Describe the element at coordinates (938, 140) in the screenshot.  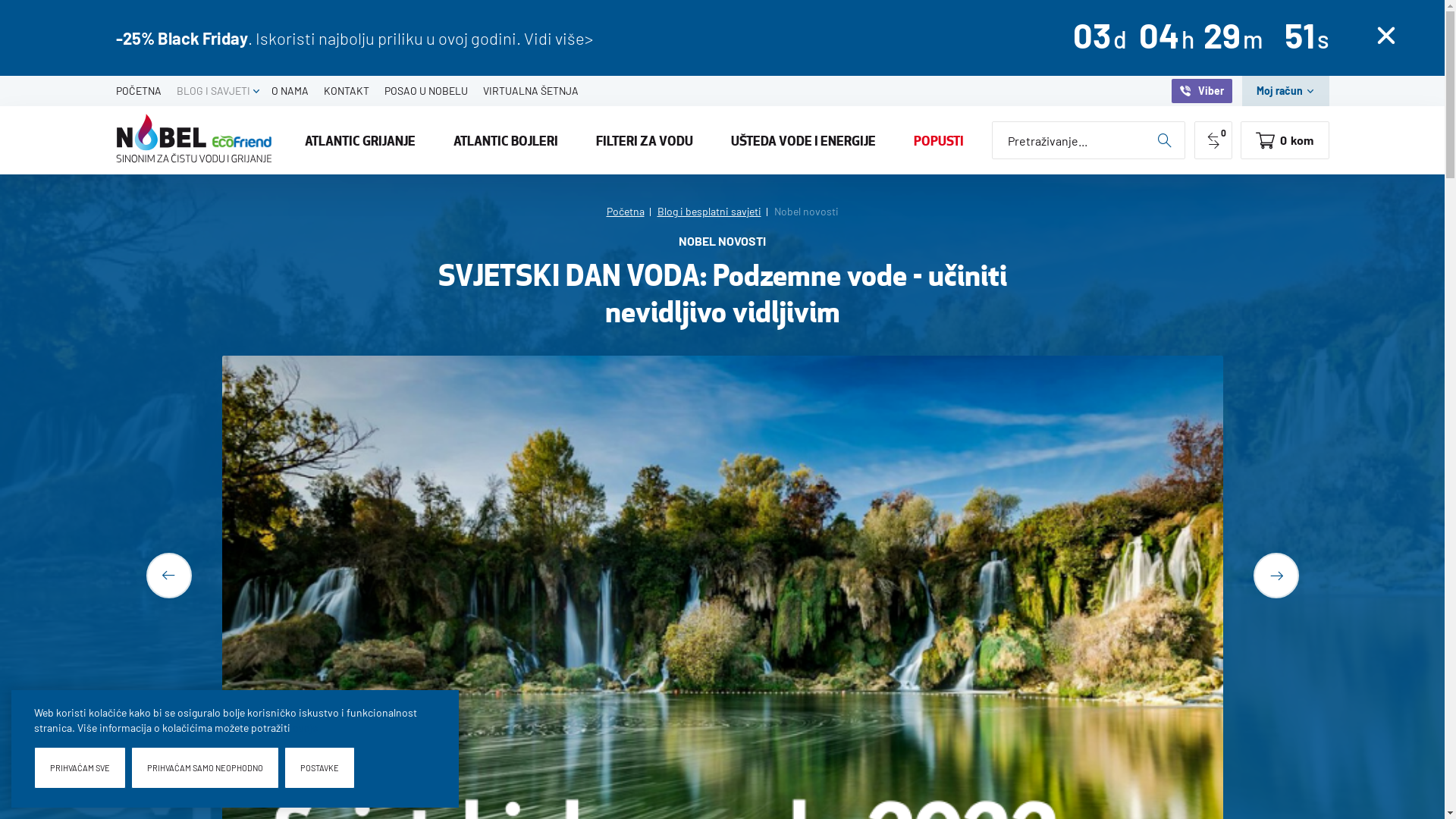
I see `'POPUSTI'` at that location.